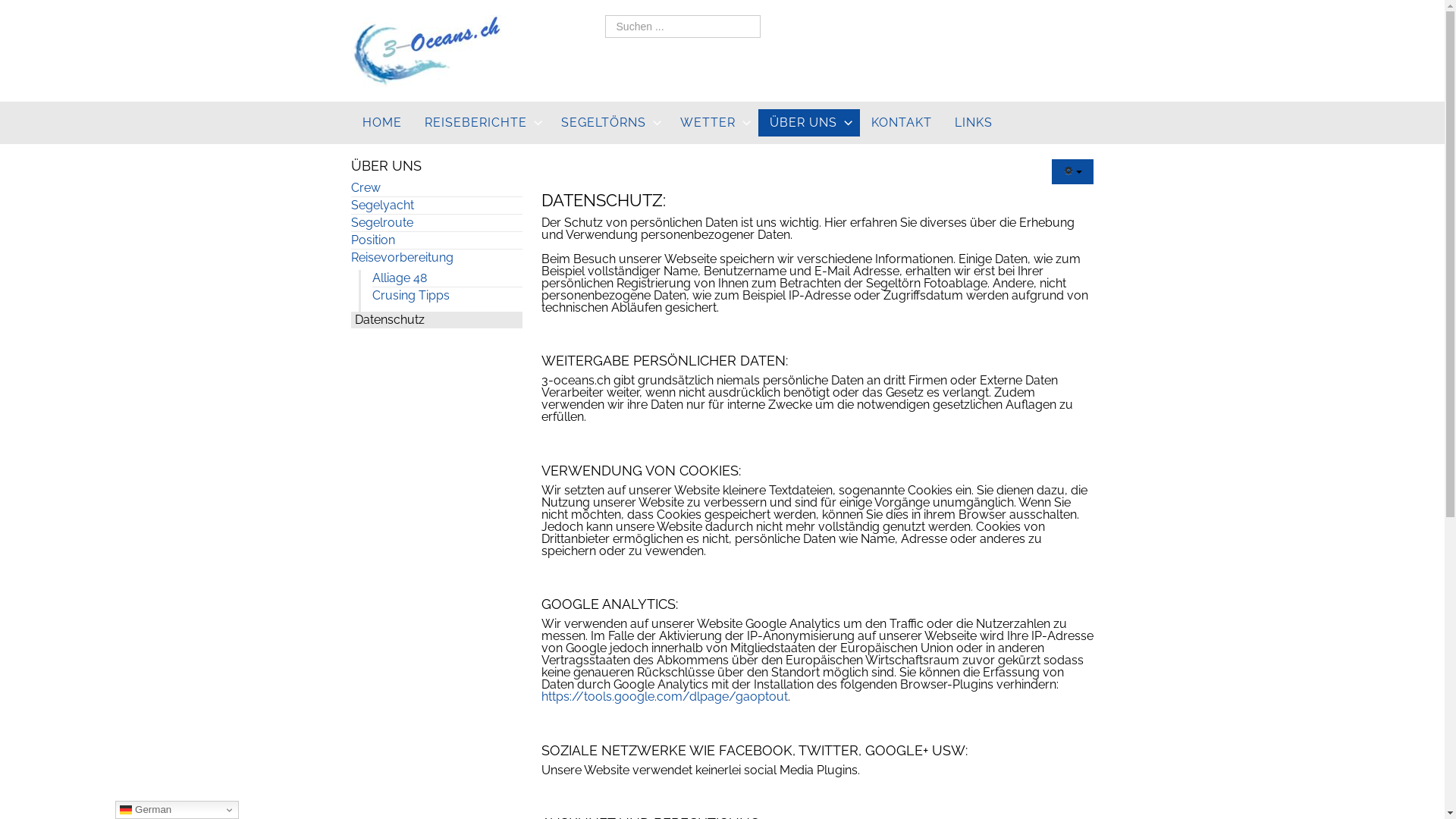 The width and height of the screenshot is (1456, 819). Describe the element at coordinates (479, 122) in the screenshot. I see `'REISEBERICHTE'` at that location.